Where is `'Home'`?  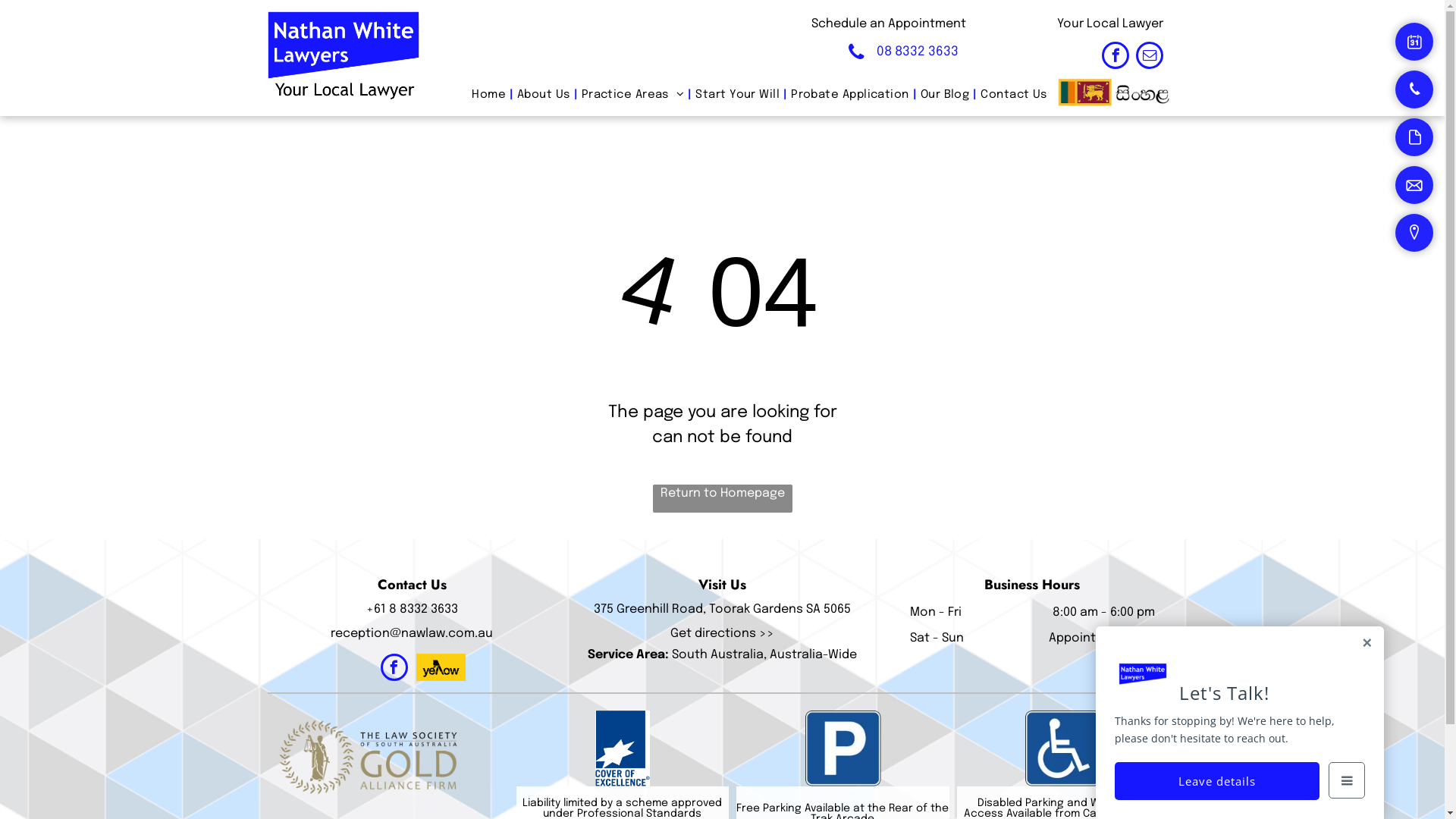 'Home' is located at coordinates (488, 95).